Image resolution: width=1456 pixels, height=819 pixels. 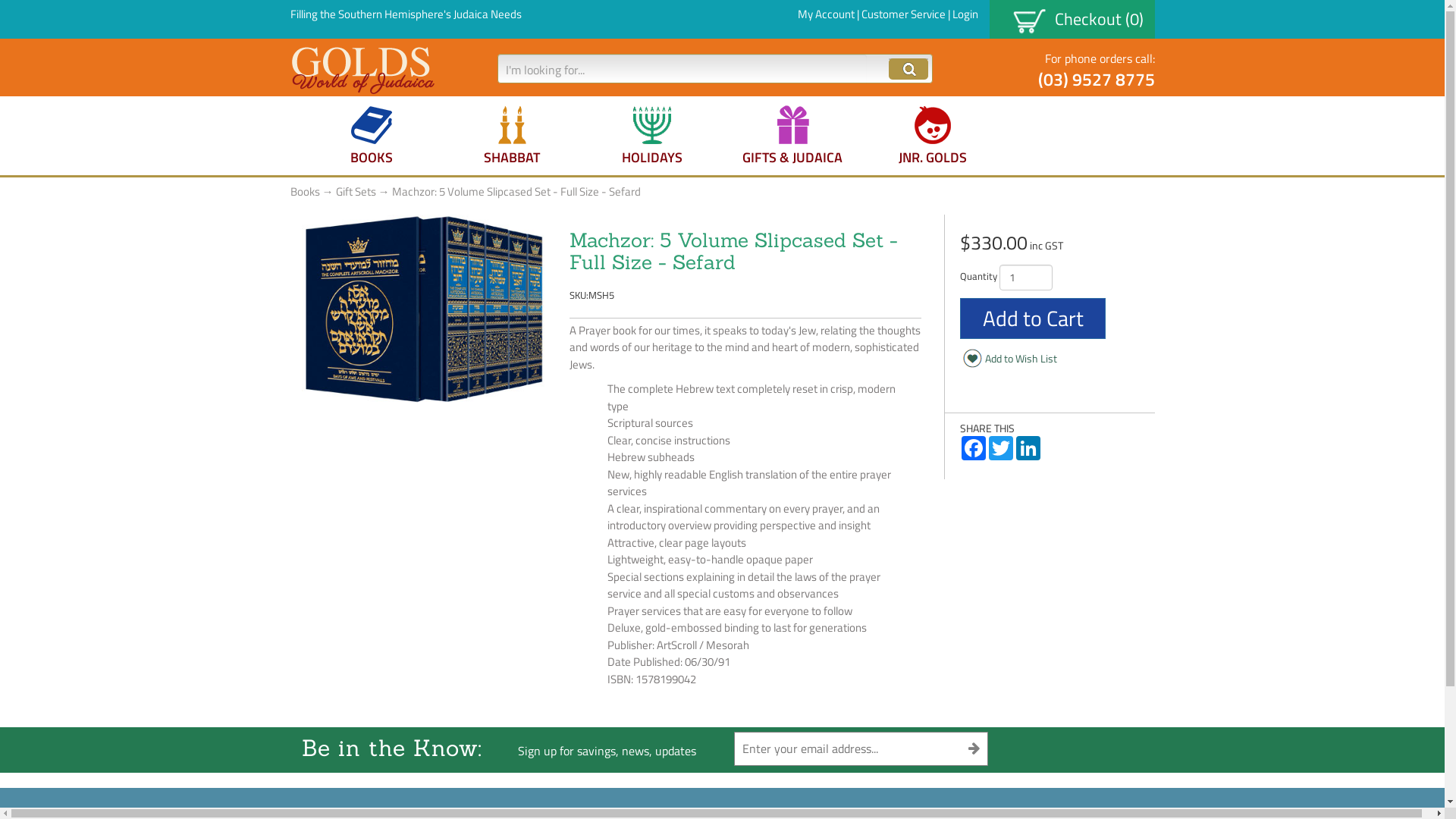 What do you see at coordinates (973, 447) in the screenshot?
I see `'Facebook'` at bounding box center [973, 447].